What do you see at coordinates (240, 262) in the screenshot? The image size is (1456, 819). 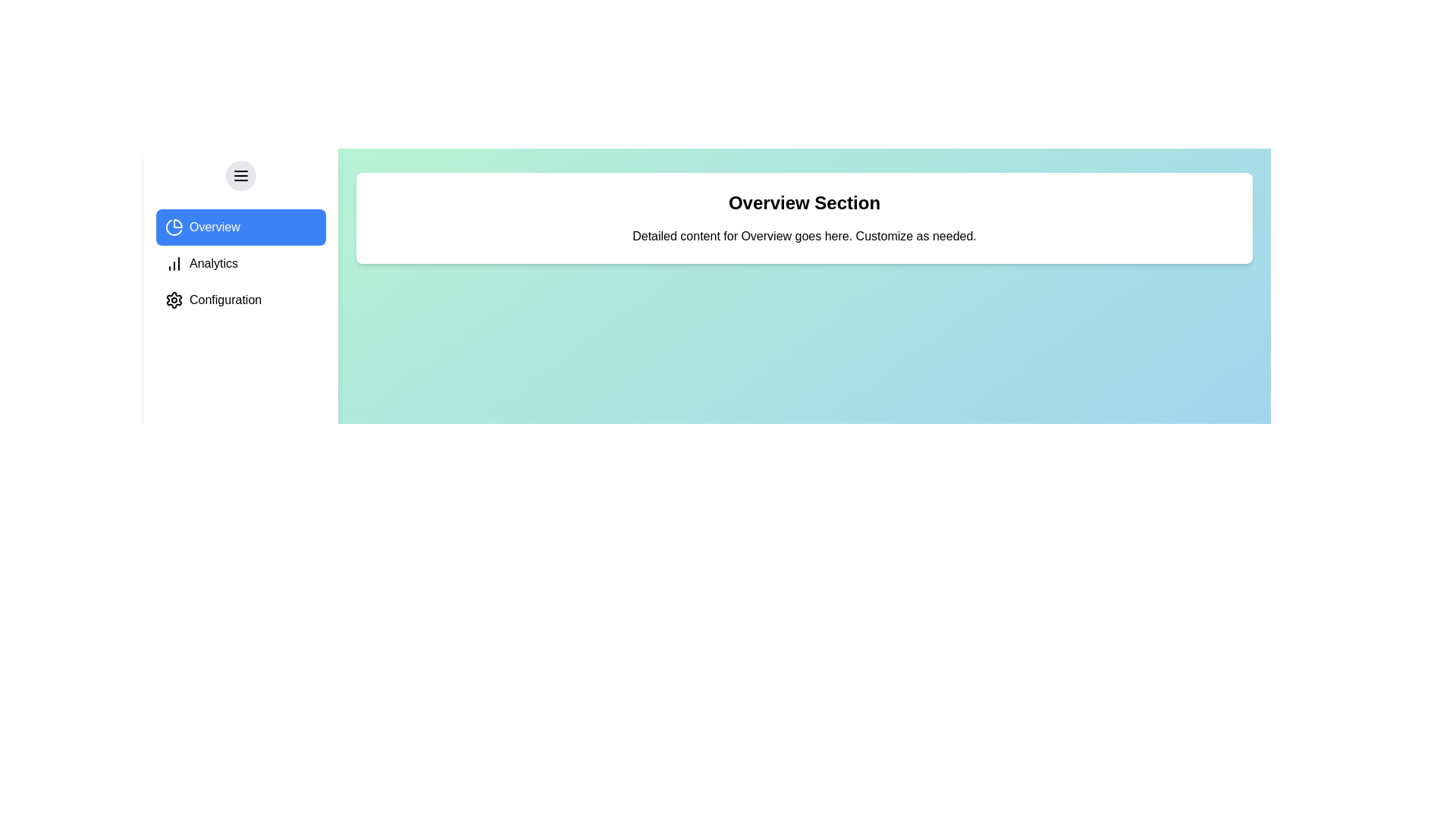 I see `the Analytics section from the sidebar menu` at bounding box center [240, 262].